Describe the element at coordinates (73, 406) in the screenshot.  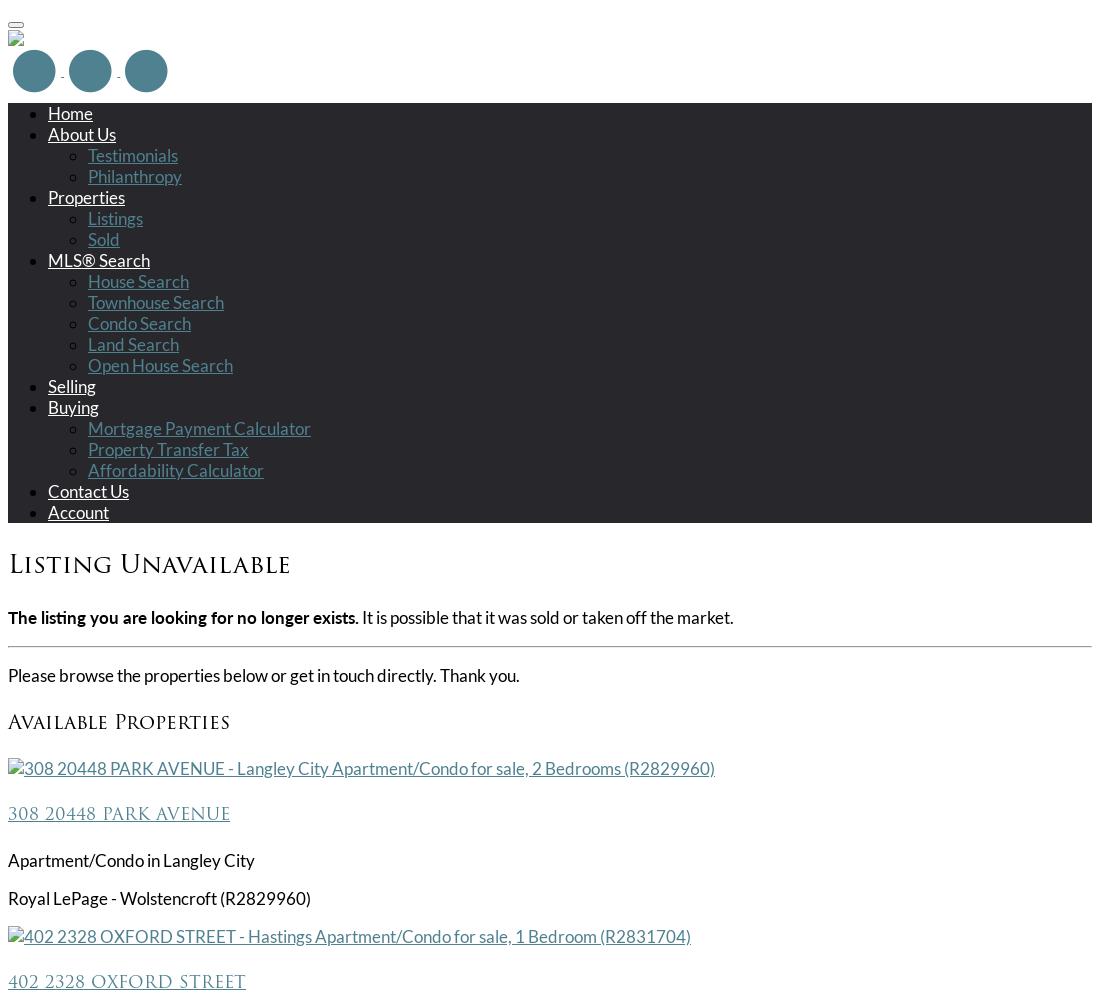
I see `'Buying'` at that location.